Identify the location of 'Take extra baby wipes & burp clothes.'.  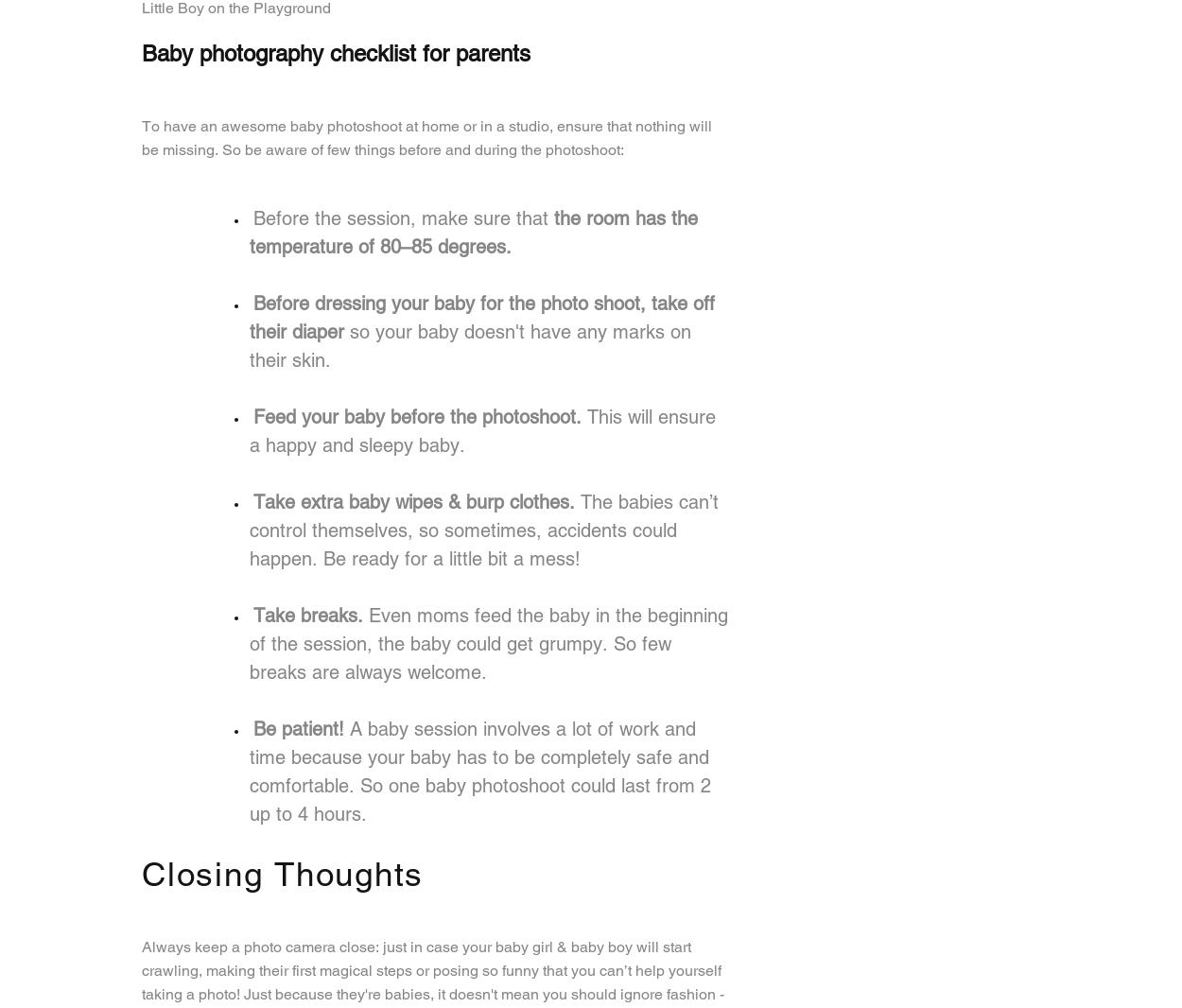
(253, 501).